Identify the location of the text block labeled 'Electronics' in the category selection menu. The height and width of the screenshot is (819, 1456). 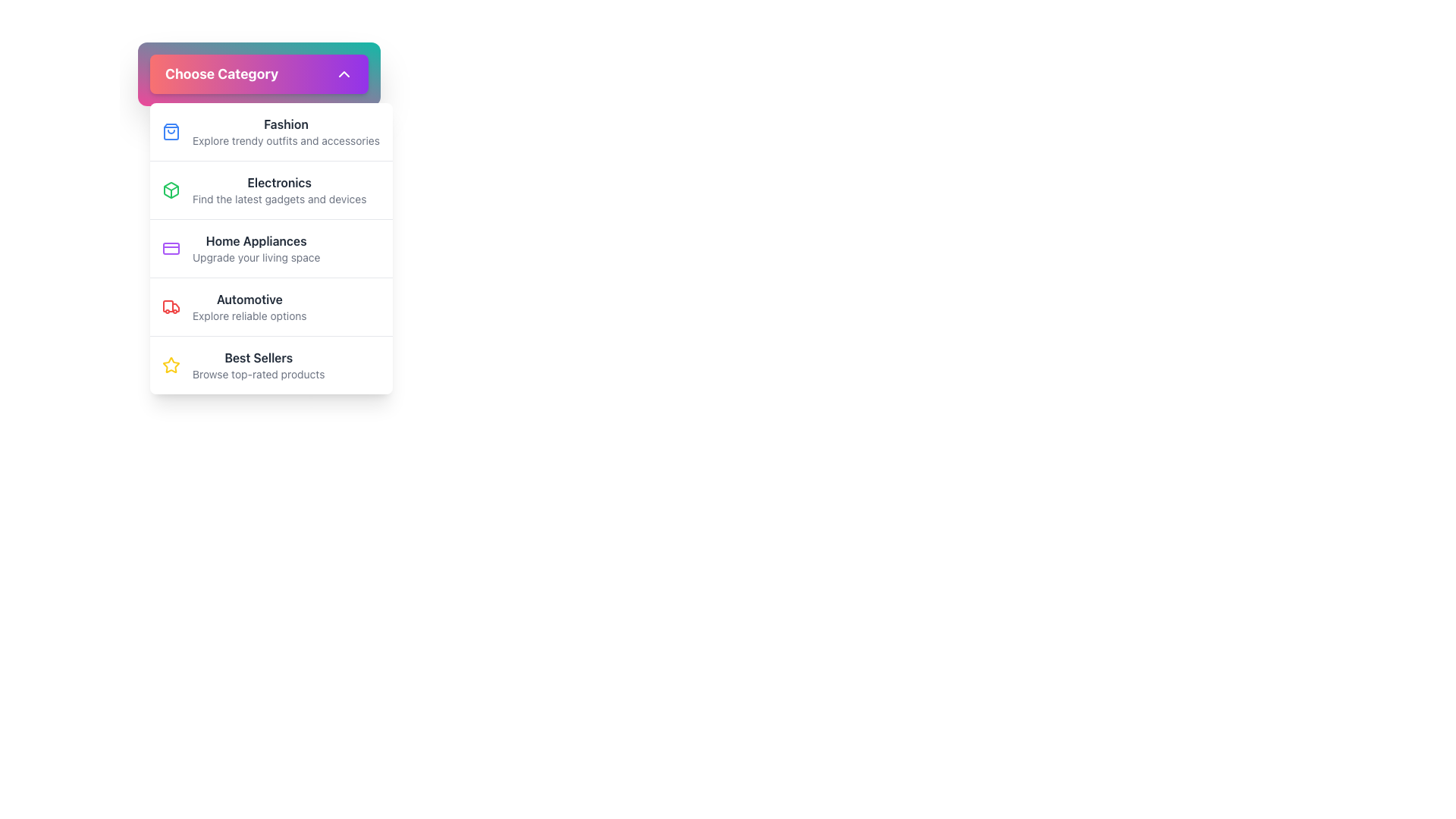
(279, 189).